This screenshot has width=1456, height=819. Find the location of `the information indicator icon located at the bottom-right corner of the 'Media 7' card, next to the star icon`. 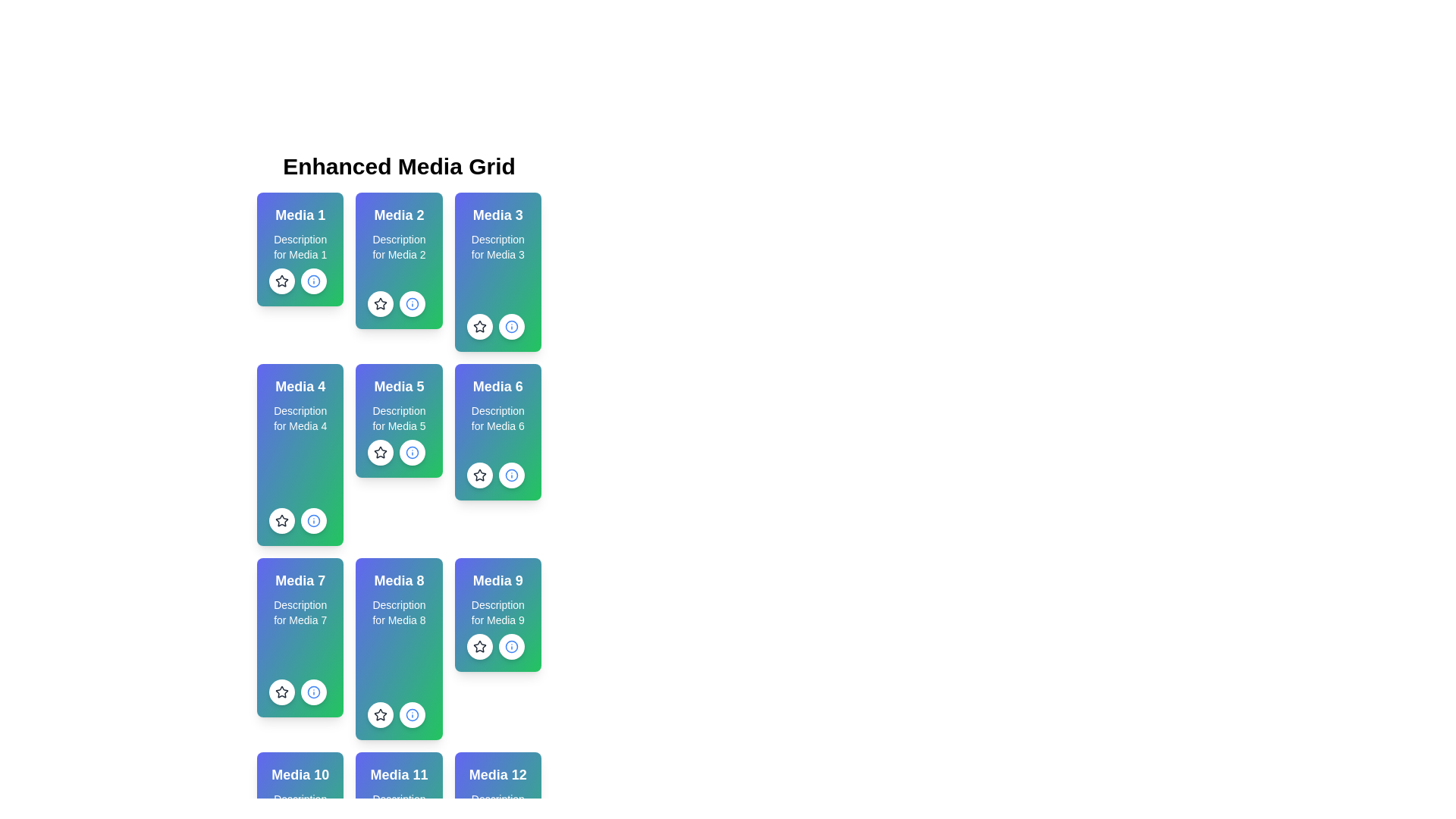

the information indicator icon located at the bottom-right corner of the 'Media 7' card, next to the star icon is located at coordinates (312, 692).